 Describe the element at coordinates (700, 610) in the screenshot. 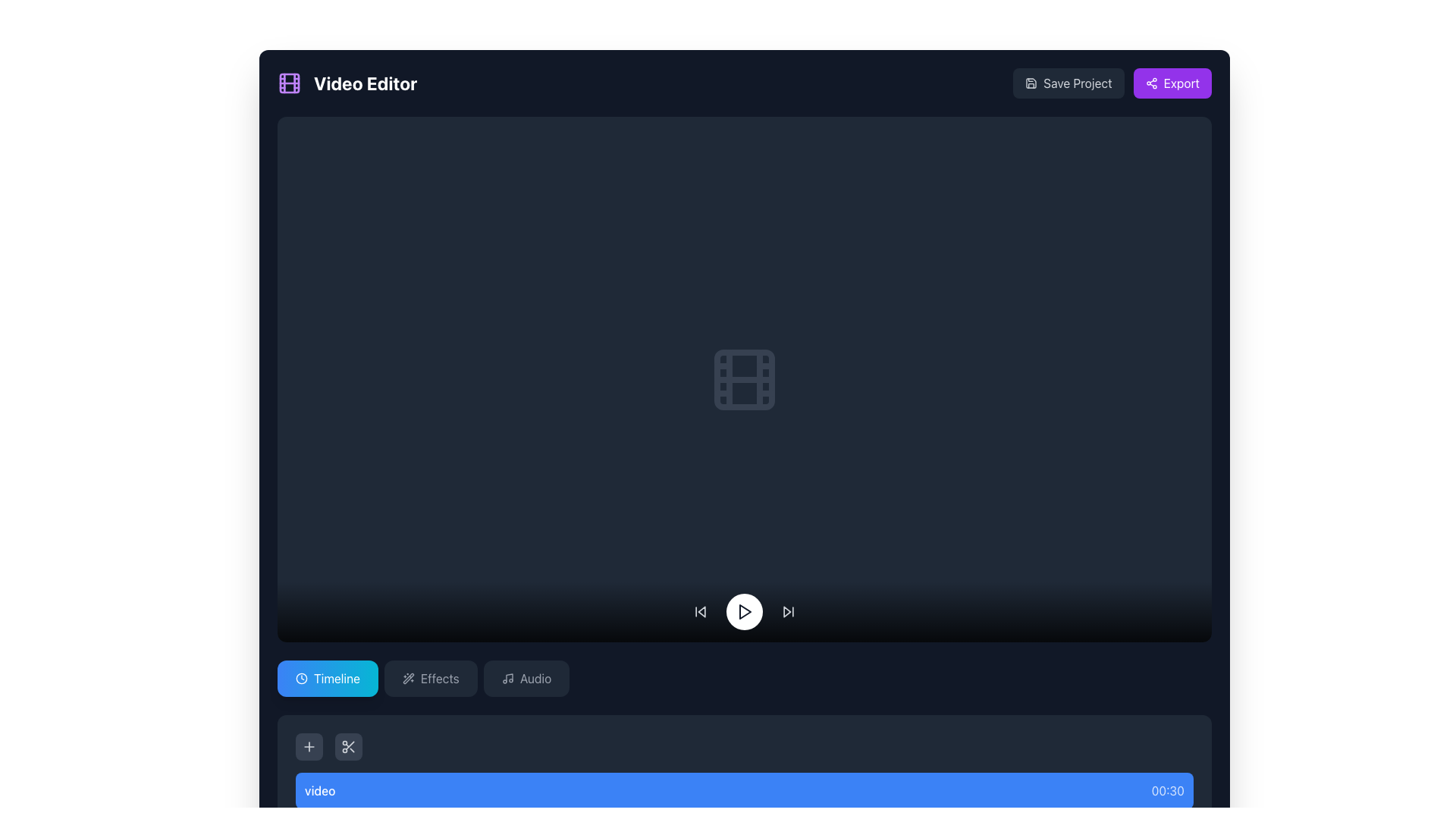

I see `the backward skip button, which is the first button in the row of media control buttons at the bottom center of the interface` at that location.